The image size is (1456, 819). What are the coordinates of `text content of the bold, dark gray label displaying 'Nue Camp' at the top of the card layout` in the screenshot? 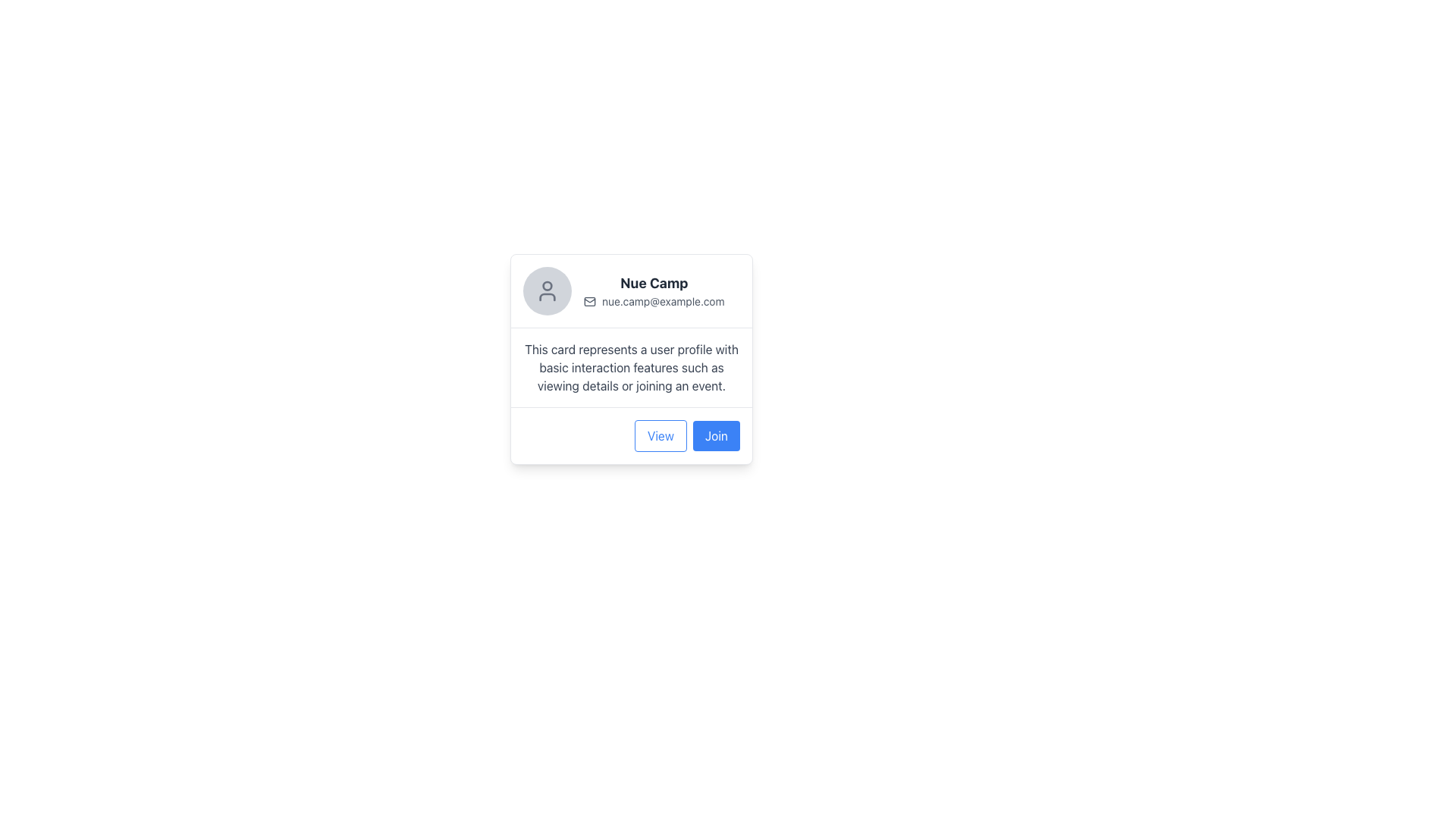 It's located at (654, 284).